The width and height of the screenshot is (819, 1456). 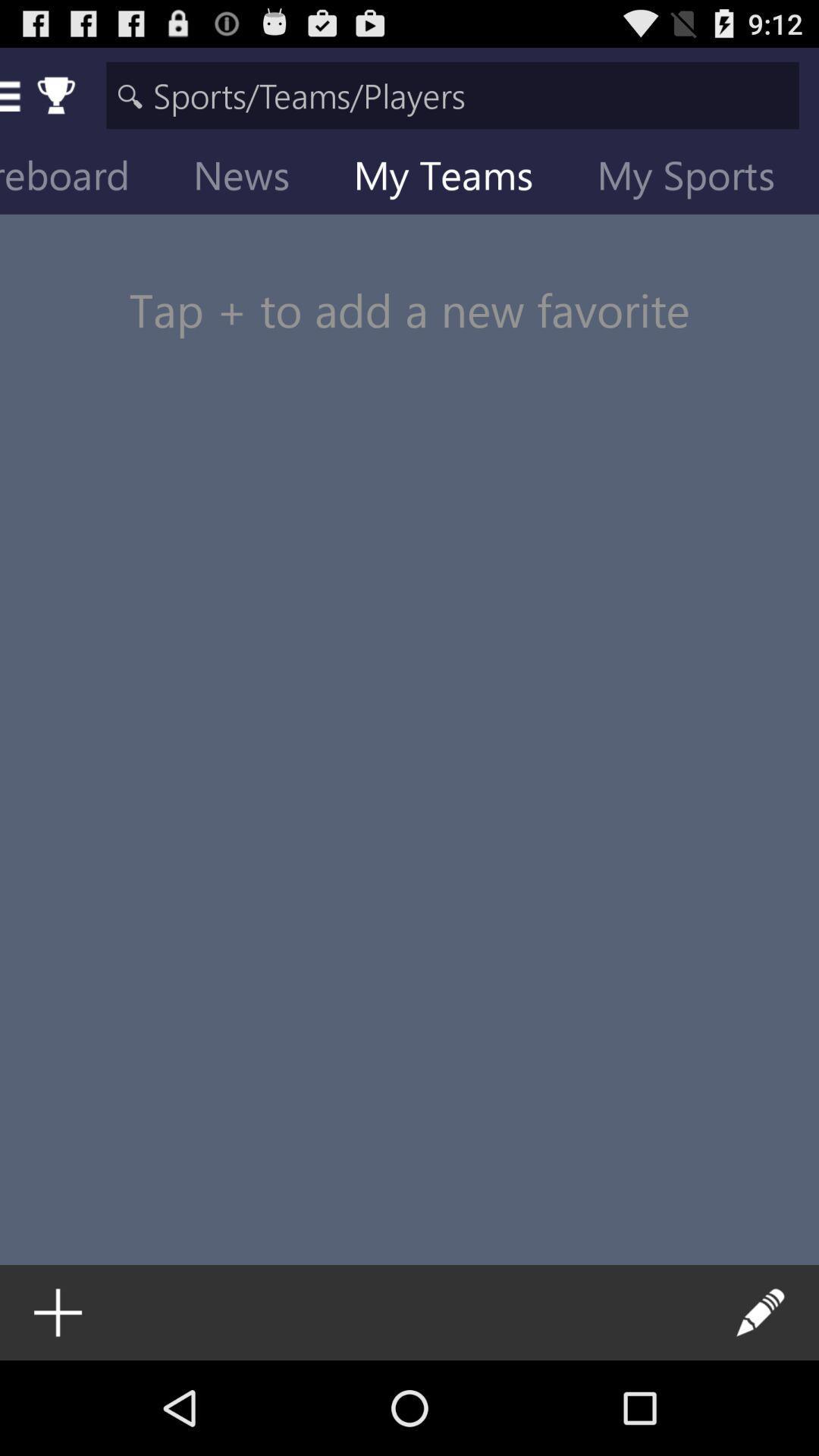 I want to click on the item to the right of the news icon, so click(x=454, y=178).